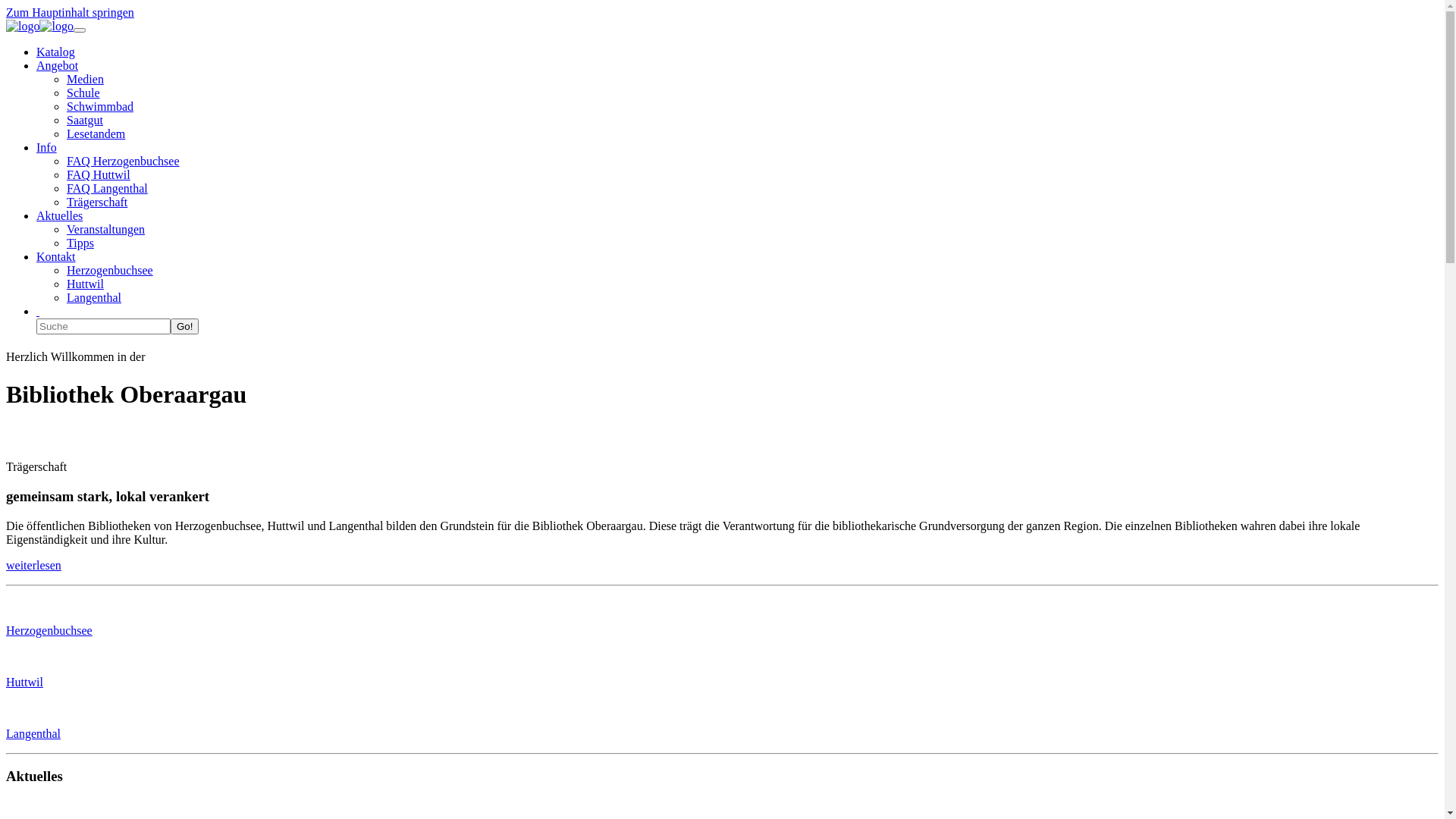 Image resolution: width=1456 pixels, height=819 pixels. What do you see at coordinates (36, 215) in the screenshot?
I see `'Aktuelles'` at bounding box center [36, 215].